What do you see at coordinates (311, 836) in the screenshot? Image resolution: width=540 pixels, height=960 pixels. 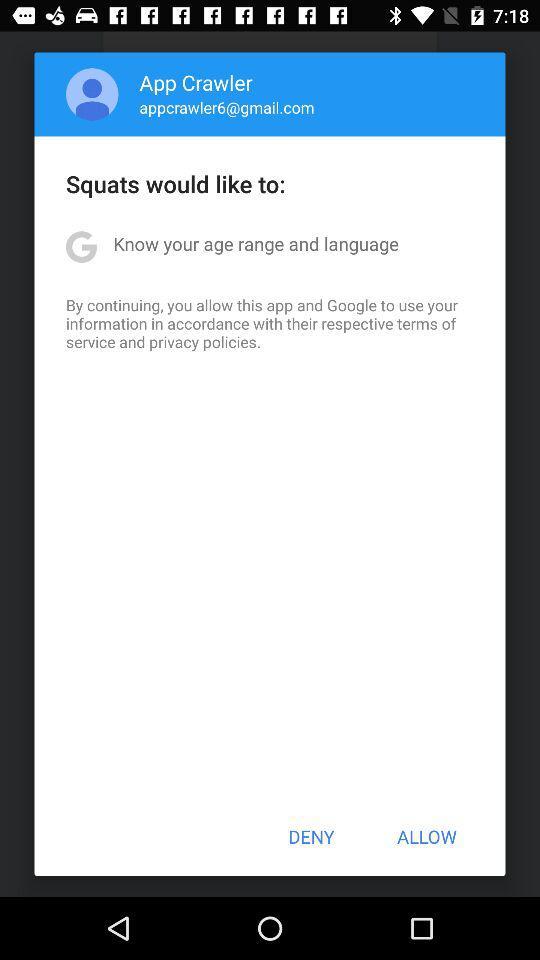 I see `the icon at the bottom` at bounding box center [311, 836].